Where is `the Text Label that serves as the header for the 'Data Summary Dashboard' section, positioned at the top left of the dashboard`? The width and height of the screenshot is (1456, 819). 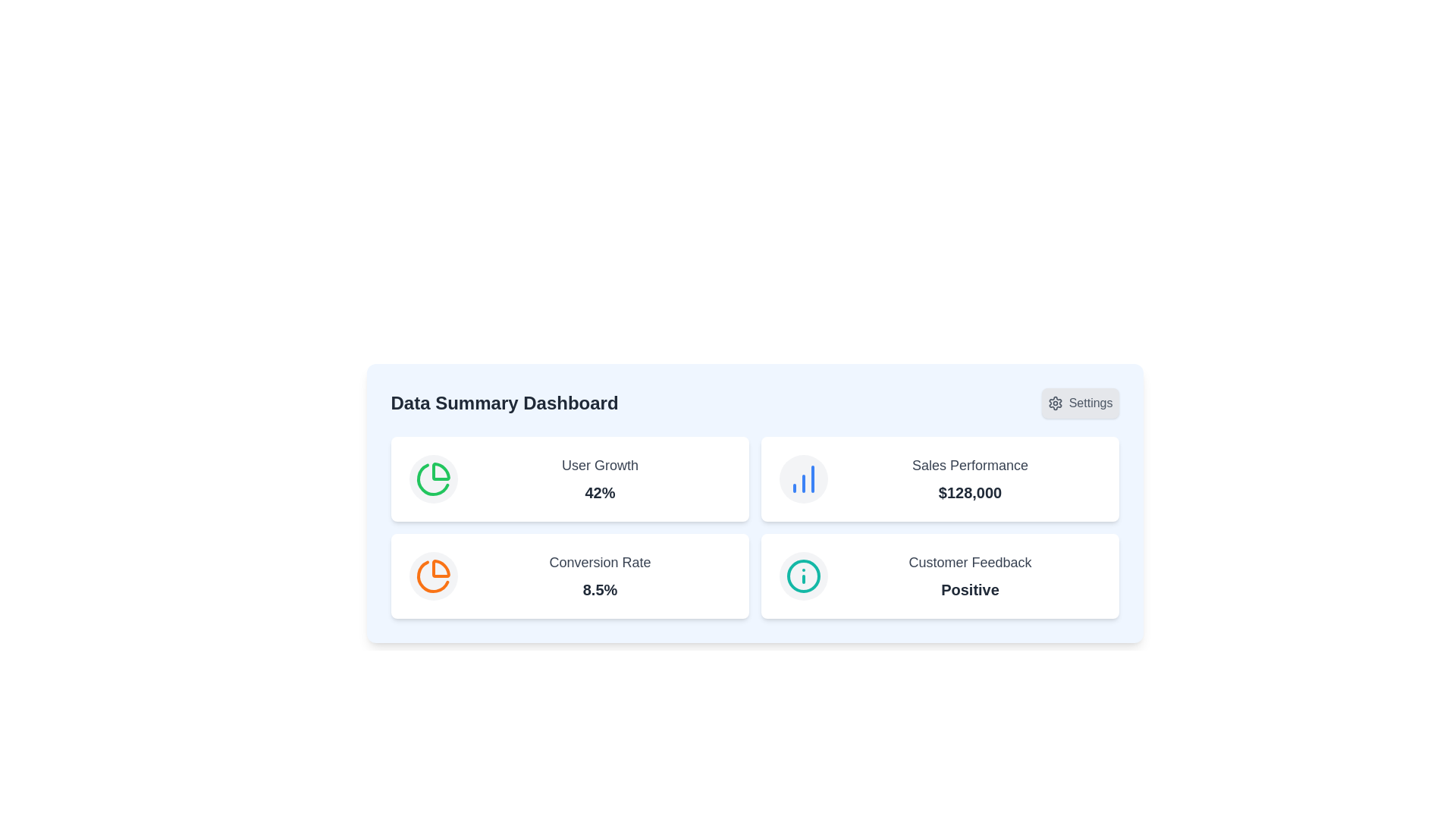 the Text Label that serves as the header for the 'Data Summary Dashboard' section, positioned at the top left of the dashboard is located at coordinates (504, 403).